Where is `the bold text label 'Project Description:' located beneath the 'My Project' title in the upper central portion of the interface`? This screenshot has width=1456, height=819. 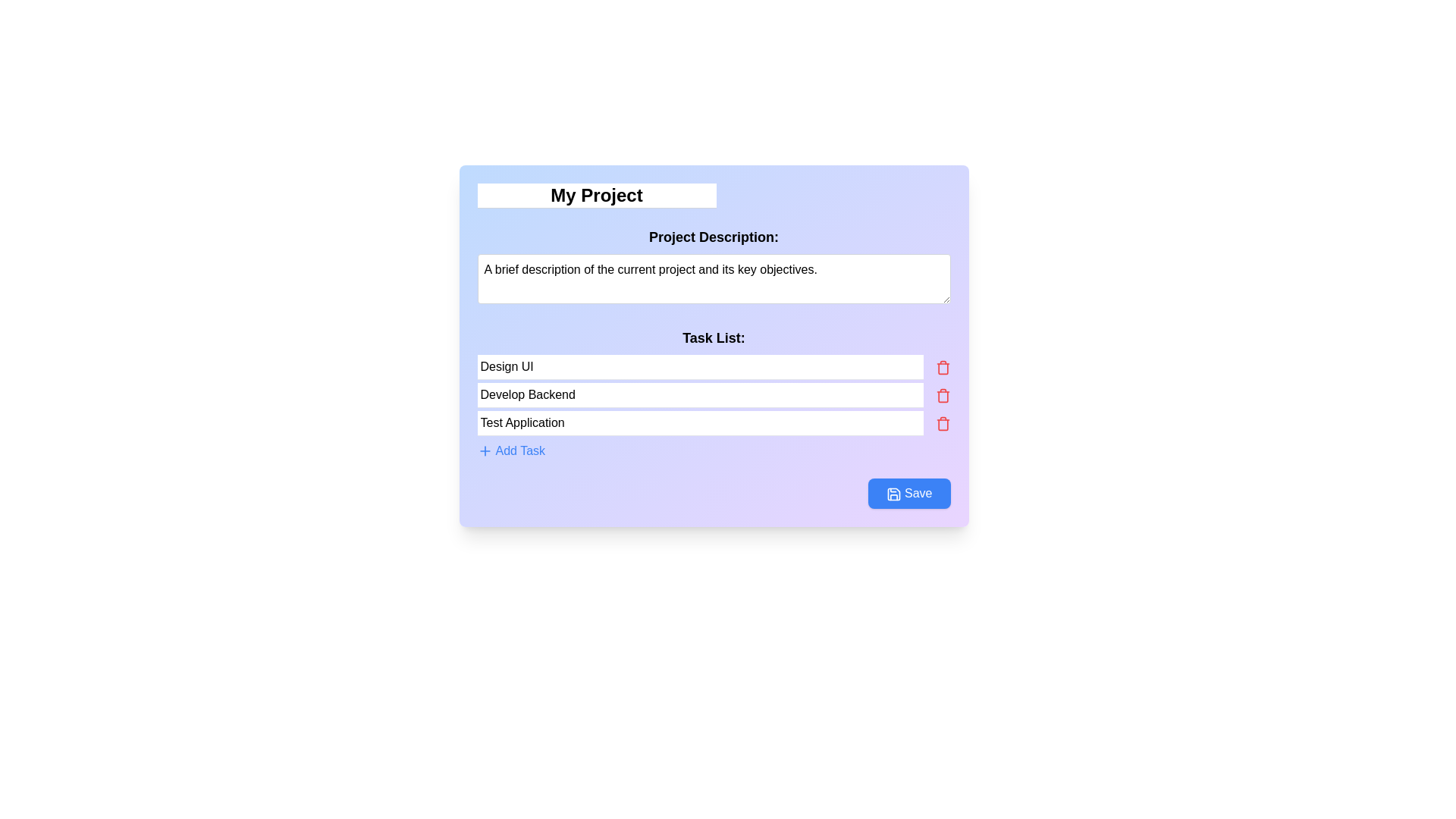
the bold text label 'Project Description:' located beneath the 'My Project' title in the upper central portion of the interface is located at coordinates (713, 237).